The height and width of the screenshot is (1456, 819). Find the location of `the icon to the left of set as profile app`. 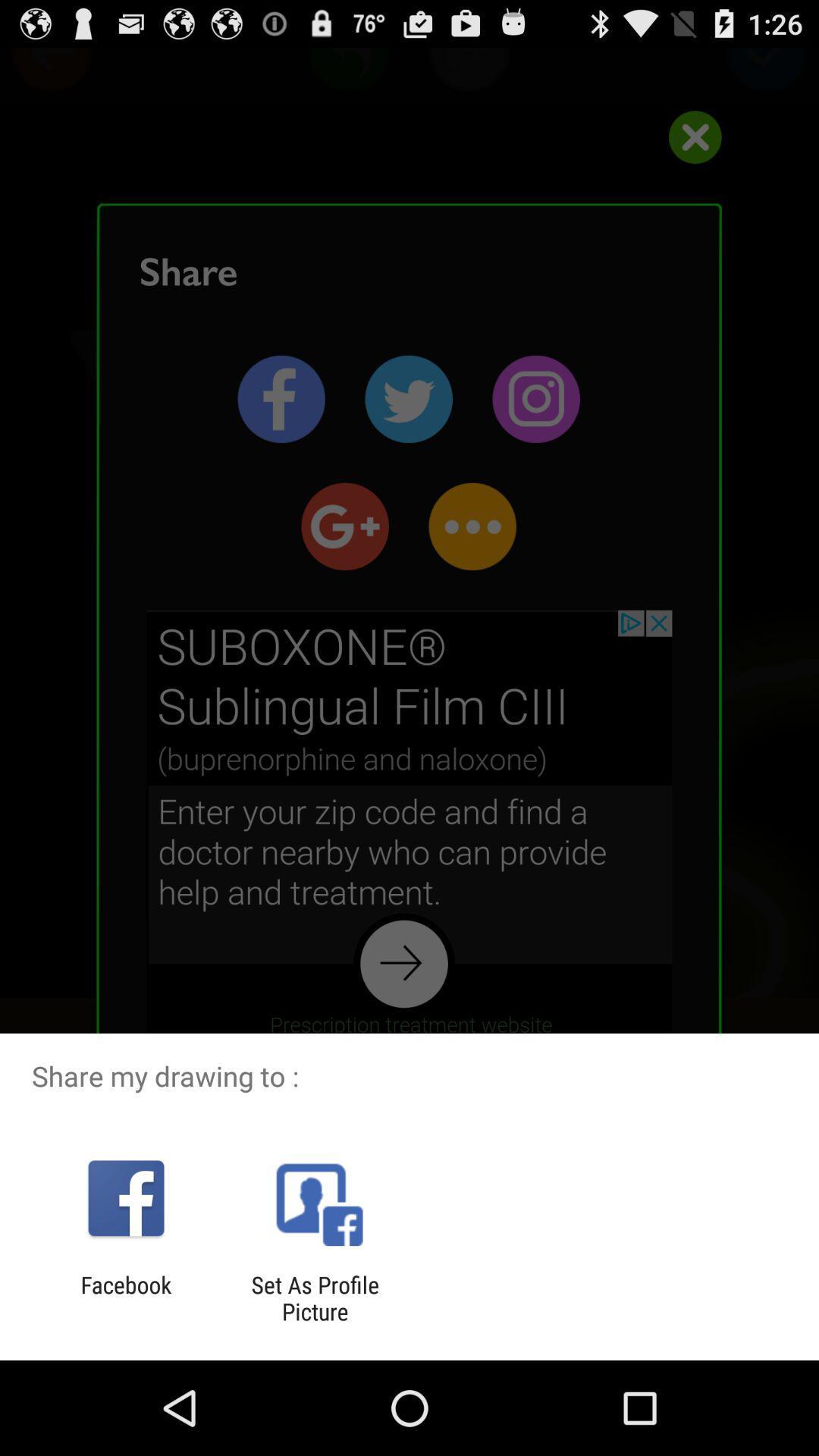

the icon to the left of set as profile app is located at coordinates (125, 1298).